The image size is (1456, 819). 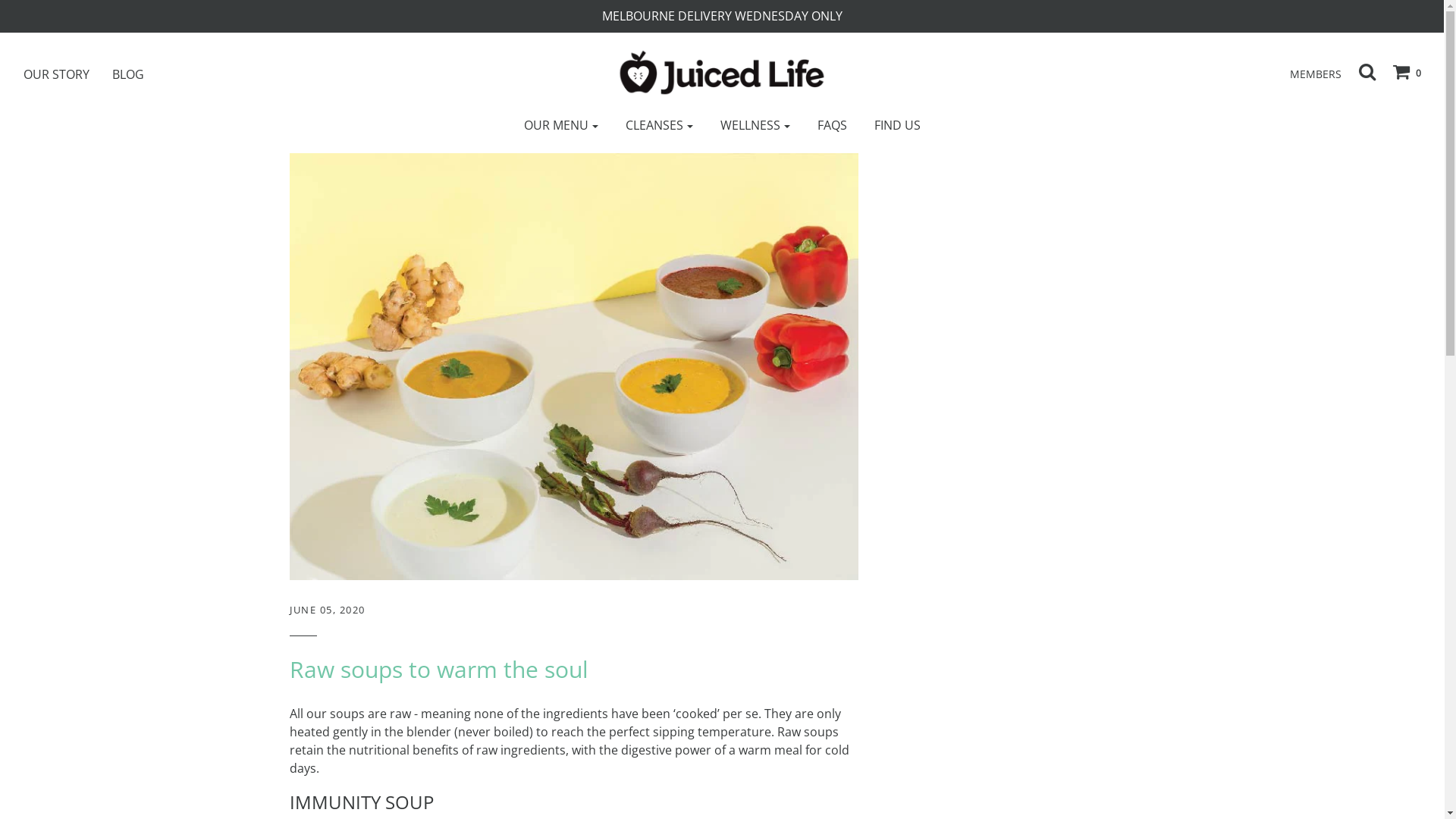 I want to click on 'FIND US', so click(x=897, y=124).